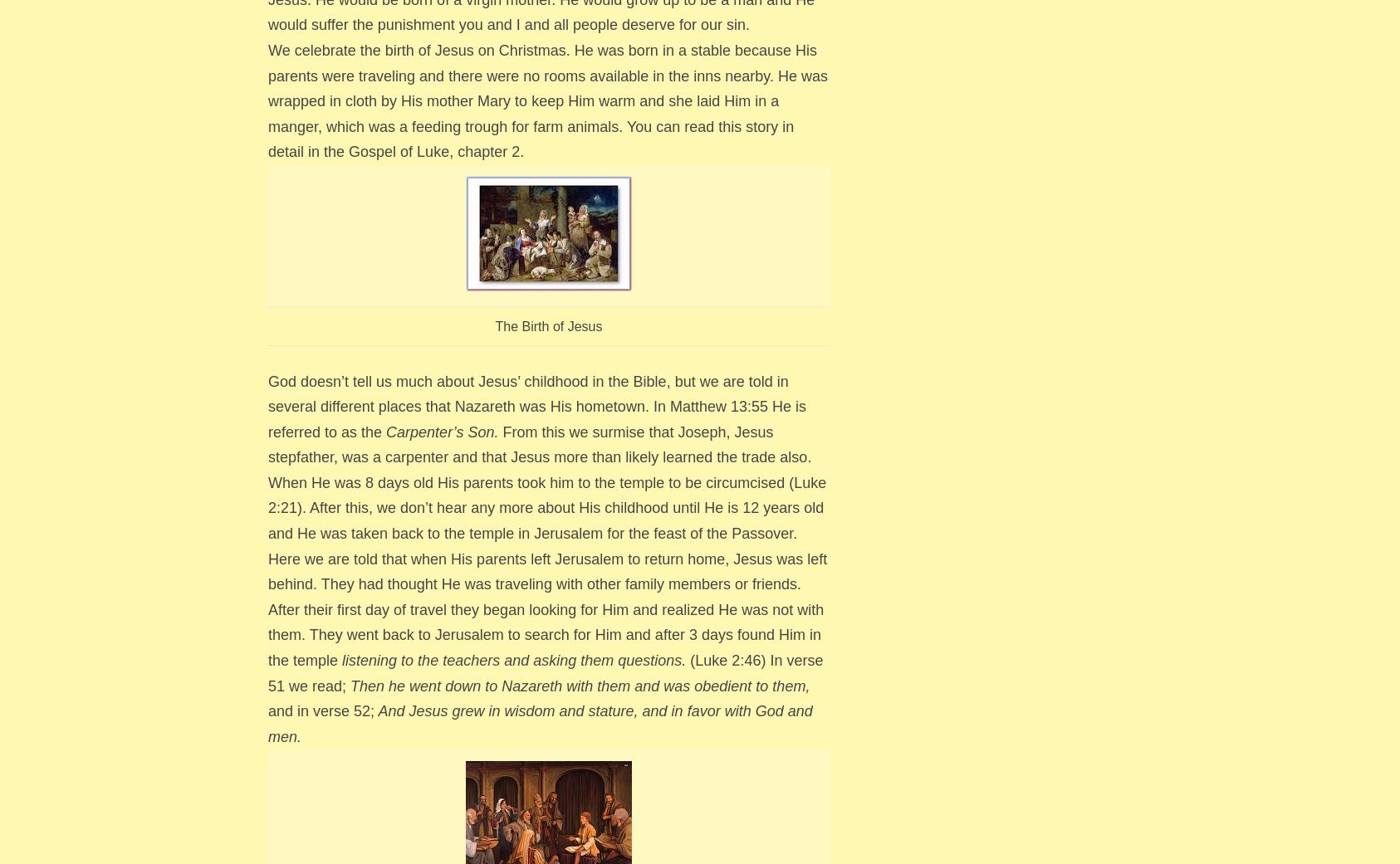 The width and height of the screenshot is (1400, 864). What do you see at coordinates (267, 444) in the screenshot?
I see `'From this we surmise that Joseph, Jesus stepfather, was a carpenter and that Jesus more than likely learned the trade also.'` at bounding box center [267, 444].